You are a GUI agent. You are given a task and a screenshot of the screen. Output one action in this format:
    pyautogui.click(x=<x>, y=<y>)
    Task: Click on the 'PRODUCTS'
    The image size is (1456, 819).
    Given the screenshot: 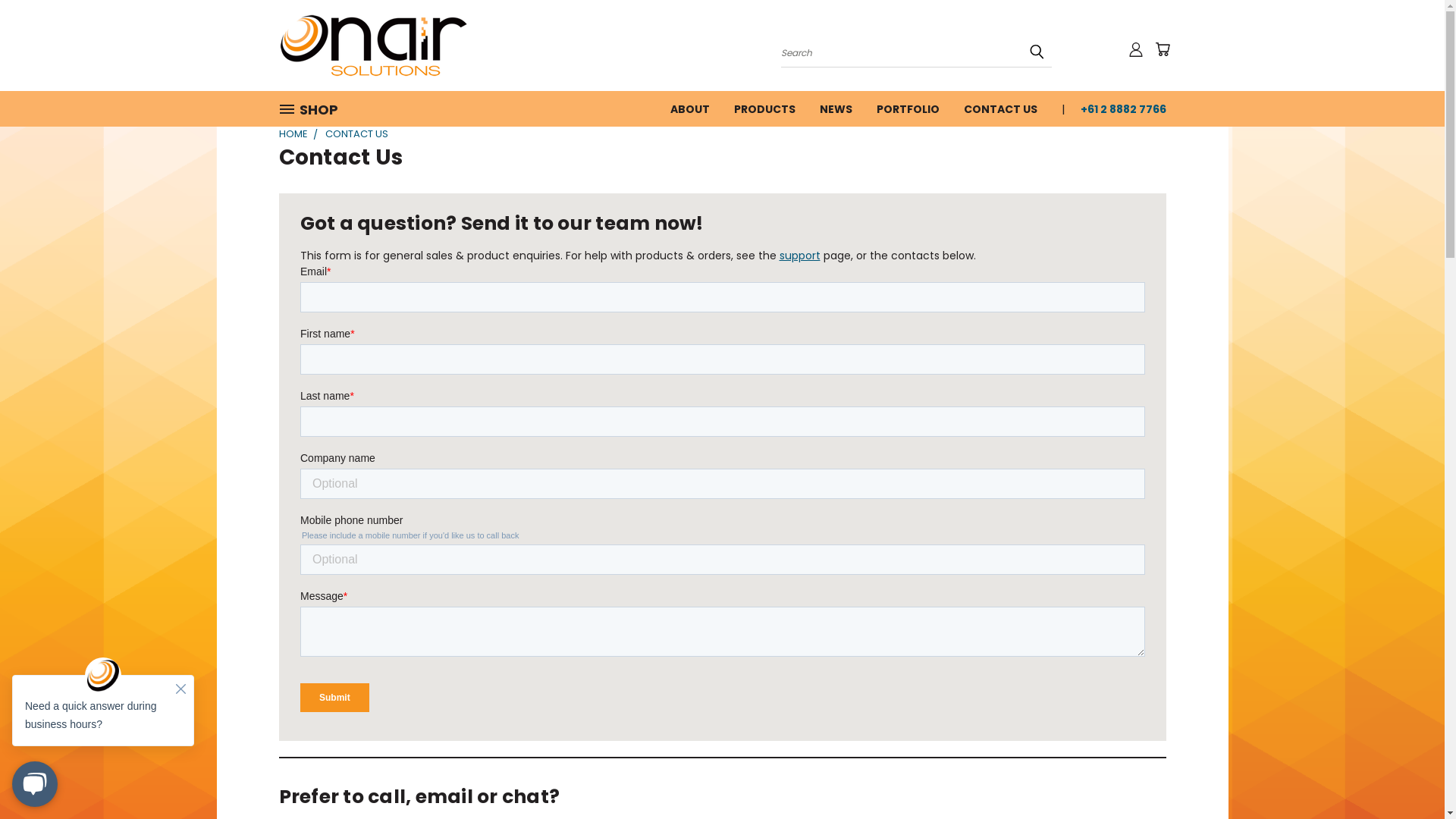 What is the action you would take?
    pyautogui.click(x=764, y=107)
    